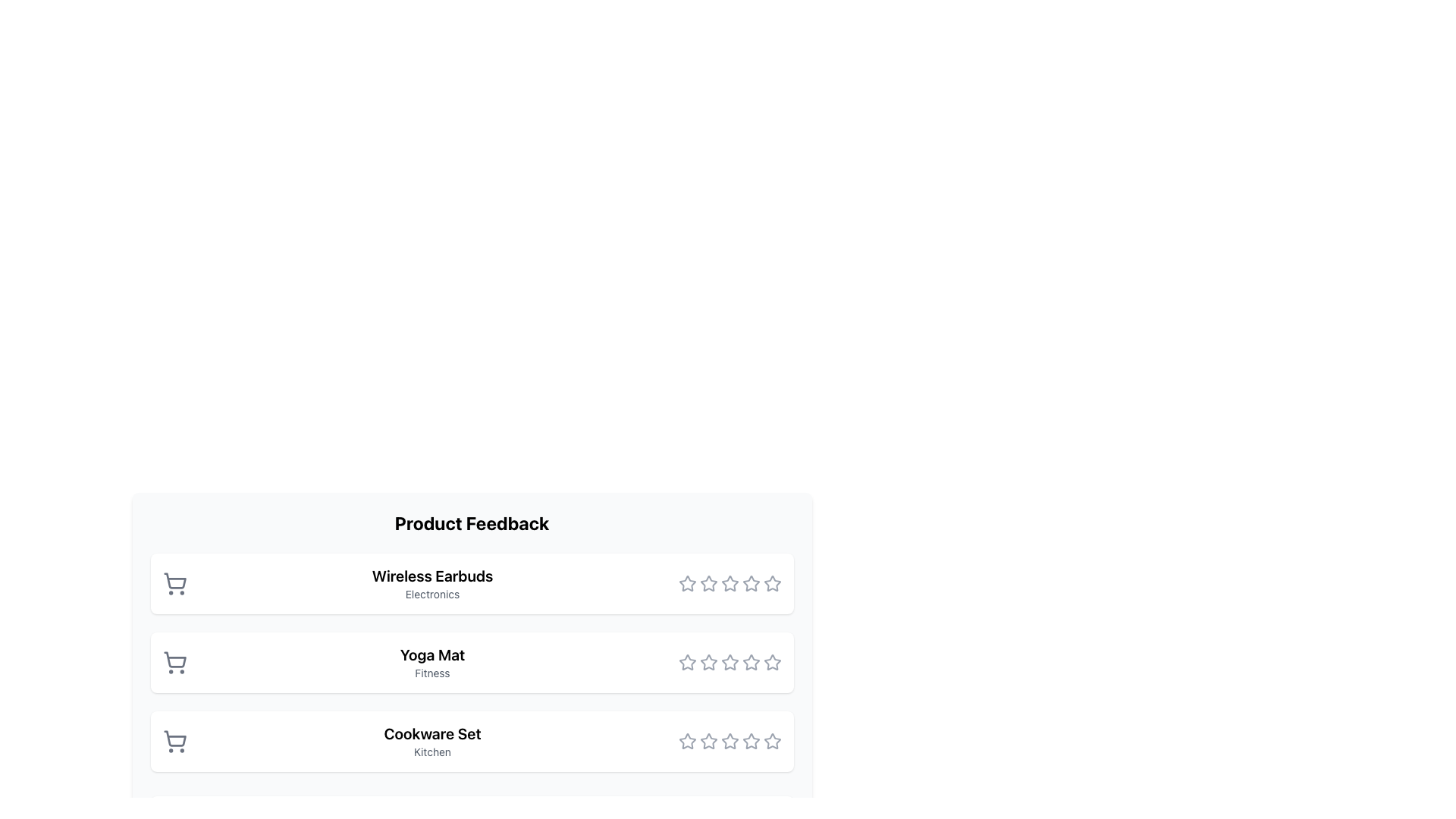  I want to click on the first interactive rating star icon, so click(686, 662).